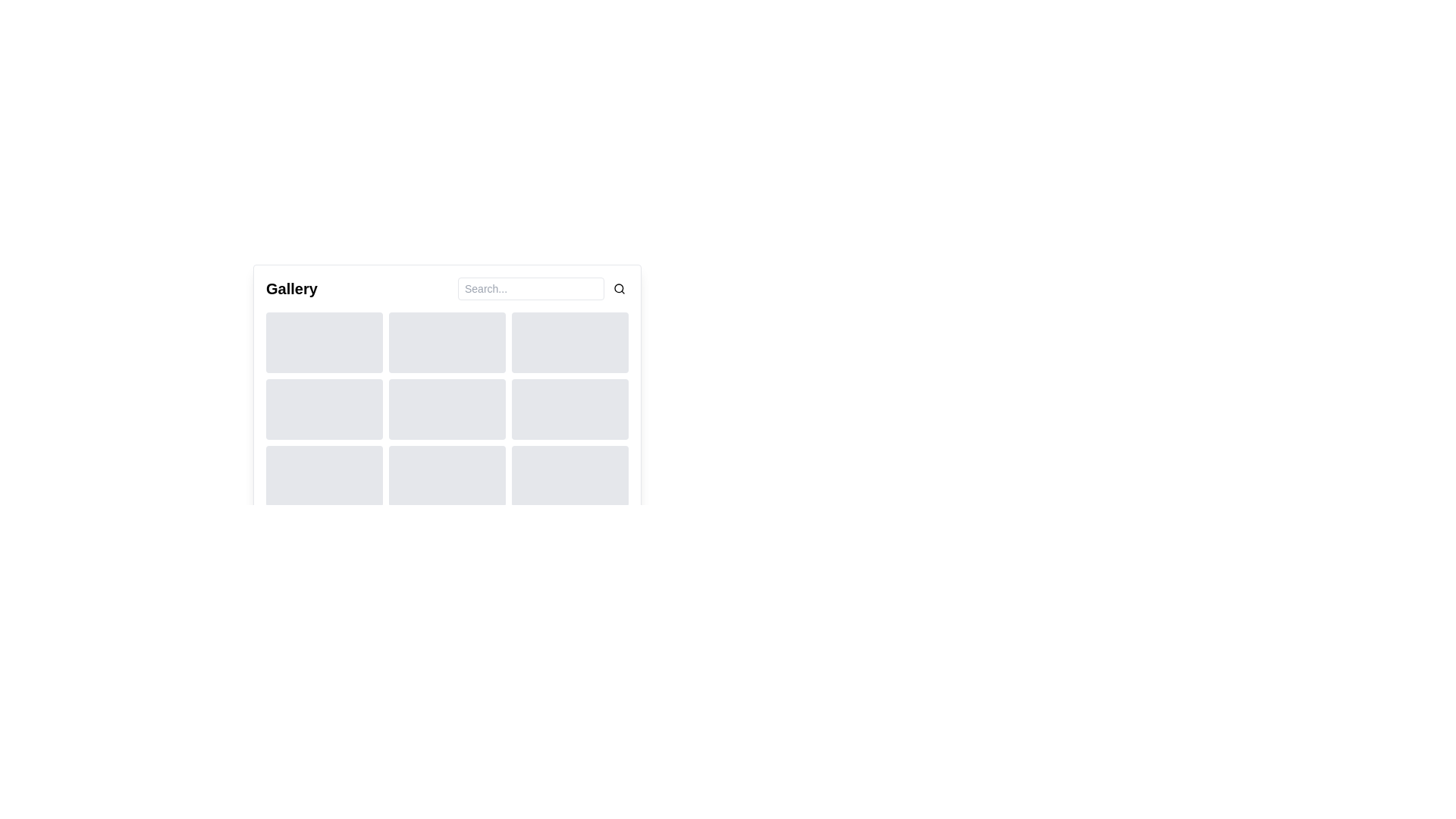 Image resolution: width=1456 pixels, height=819 pixels. What do you see at coordinates (619, 288) in the screenshot?
I see `the main circular body of the magnifying glass icon, which initiates a search action when interacted with, located to the right of the text input field in the upper right corner of the gallery interface` at bounding box center [619, 288].